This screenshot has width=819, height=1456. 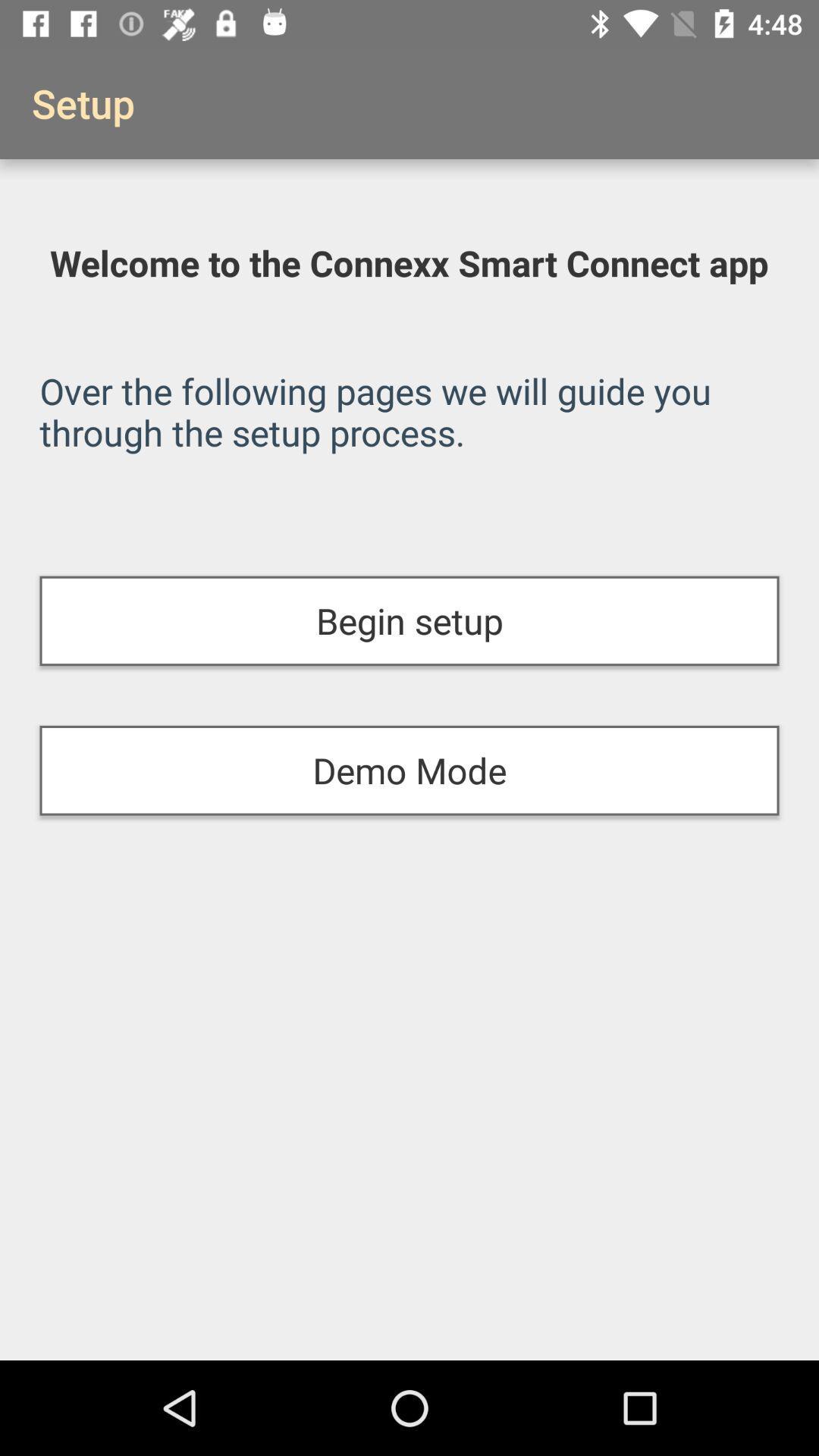 What do you see at coordinates (409, 621) in the screenshot?
I see `the begin setup icon` at bounding box center [409, 621].